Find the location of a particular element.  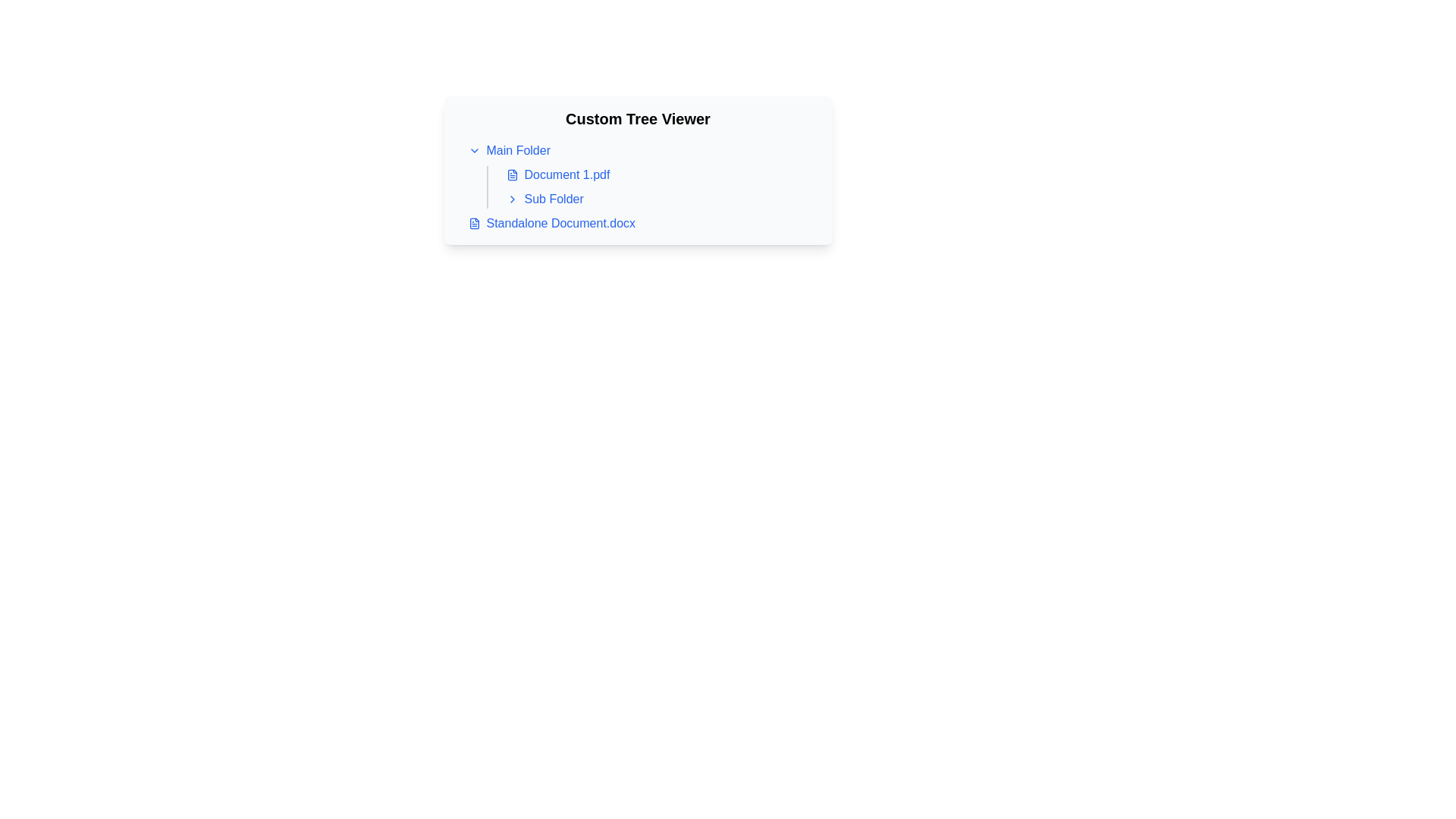

text label positioned at the top of the card or panel, which serves as a title for the content below it is located at coordinates (638, 118).